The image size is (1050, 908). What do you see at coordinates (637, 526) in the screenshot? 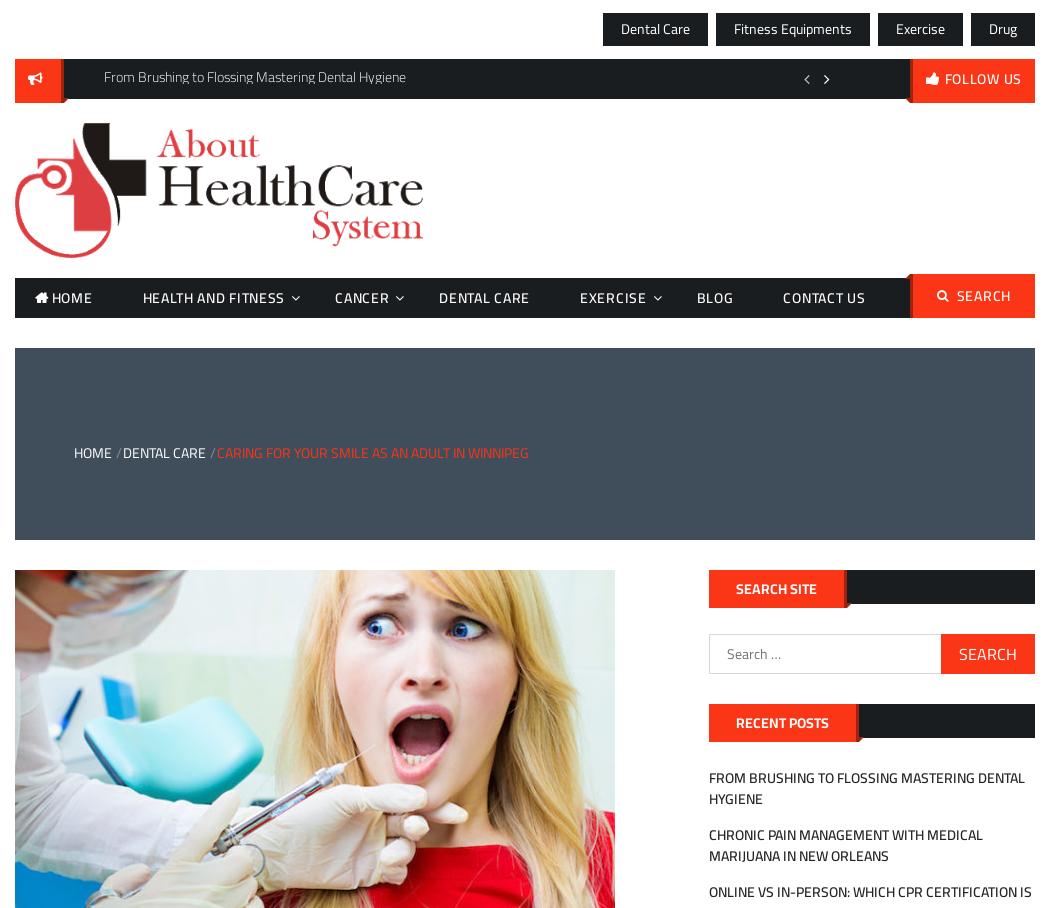
I see `'Medical Services'` at bounding box center [637, 526].